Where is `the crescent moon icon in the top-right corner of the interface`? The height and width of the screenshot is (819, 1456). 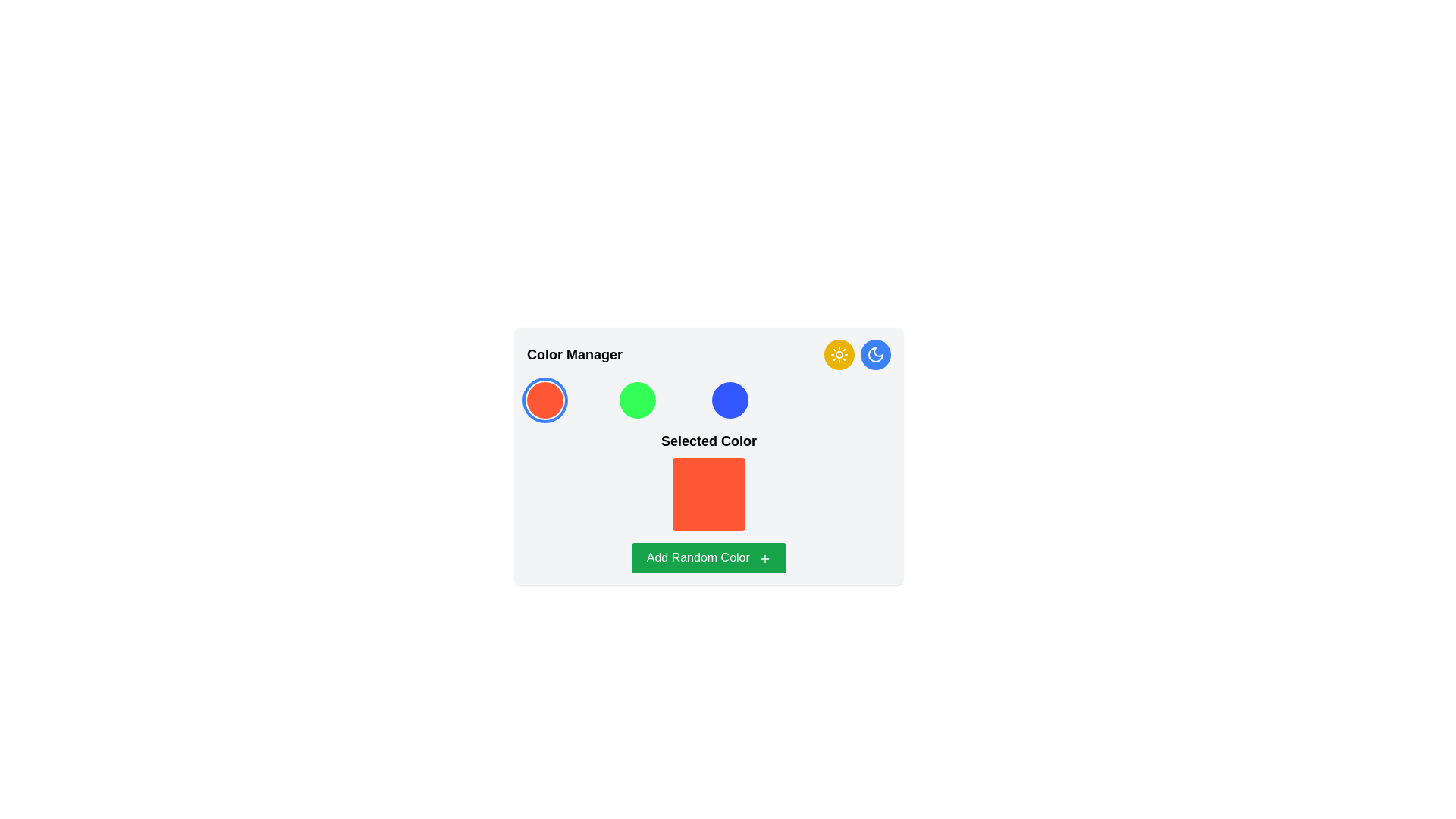
the crescent moon icon in the top-right corner of the interface is located at coordinates (876, 354).